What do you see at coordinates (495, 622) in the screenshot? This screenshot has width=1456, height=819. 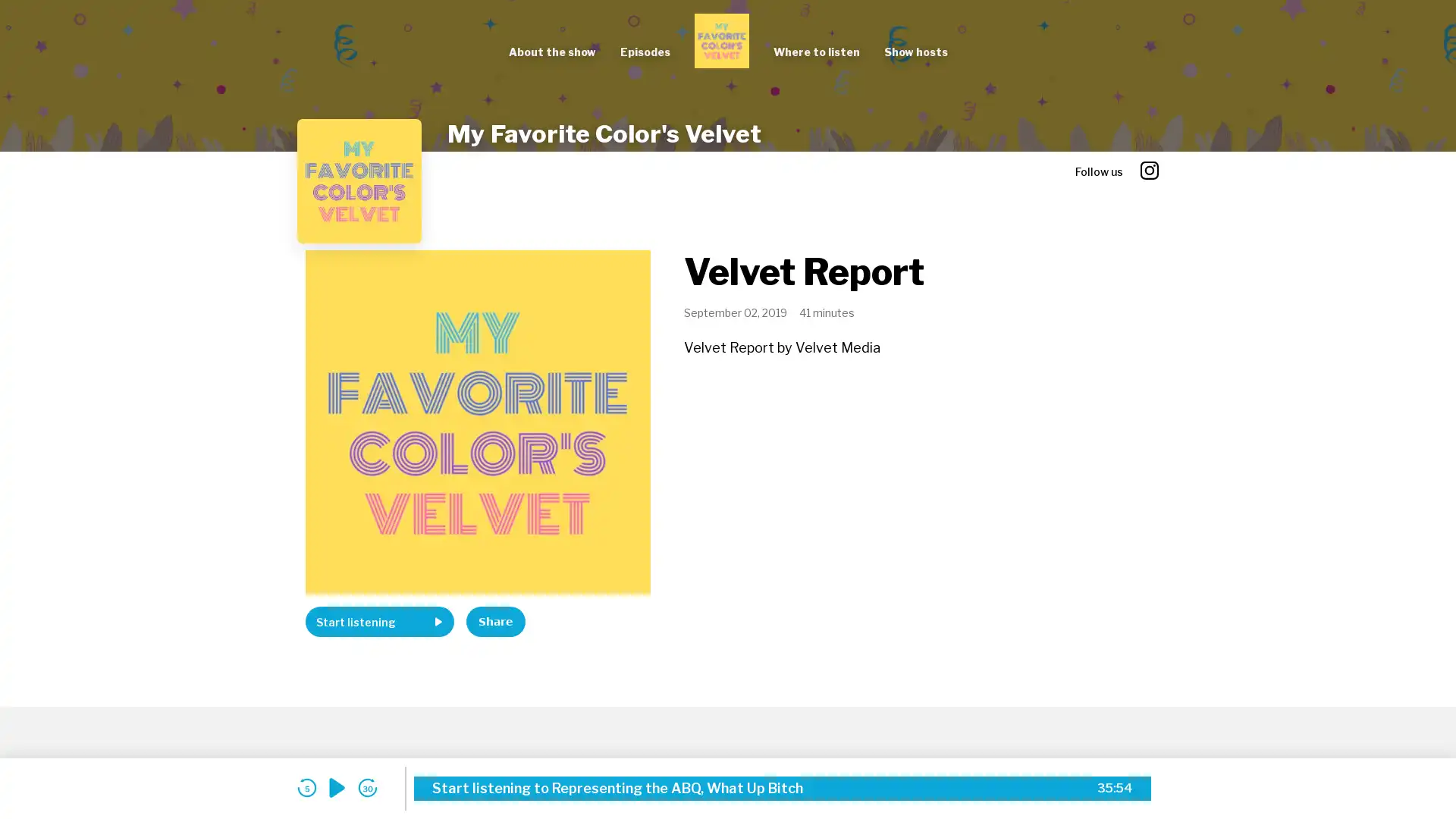 I see `Share` at bounding box center [495, 622].